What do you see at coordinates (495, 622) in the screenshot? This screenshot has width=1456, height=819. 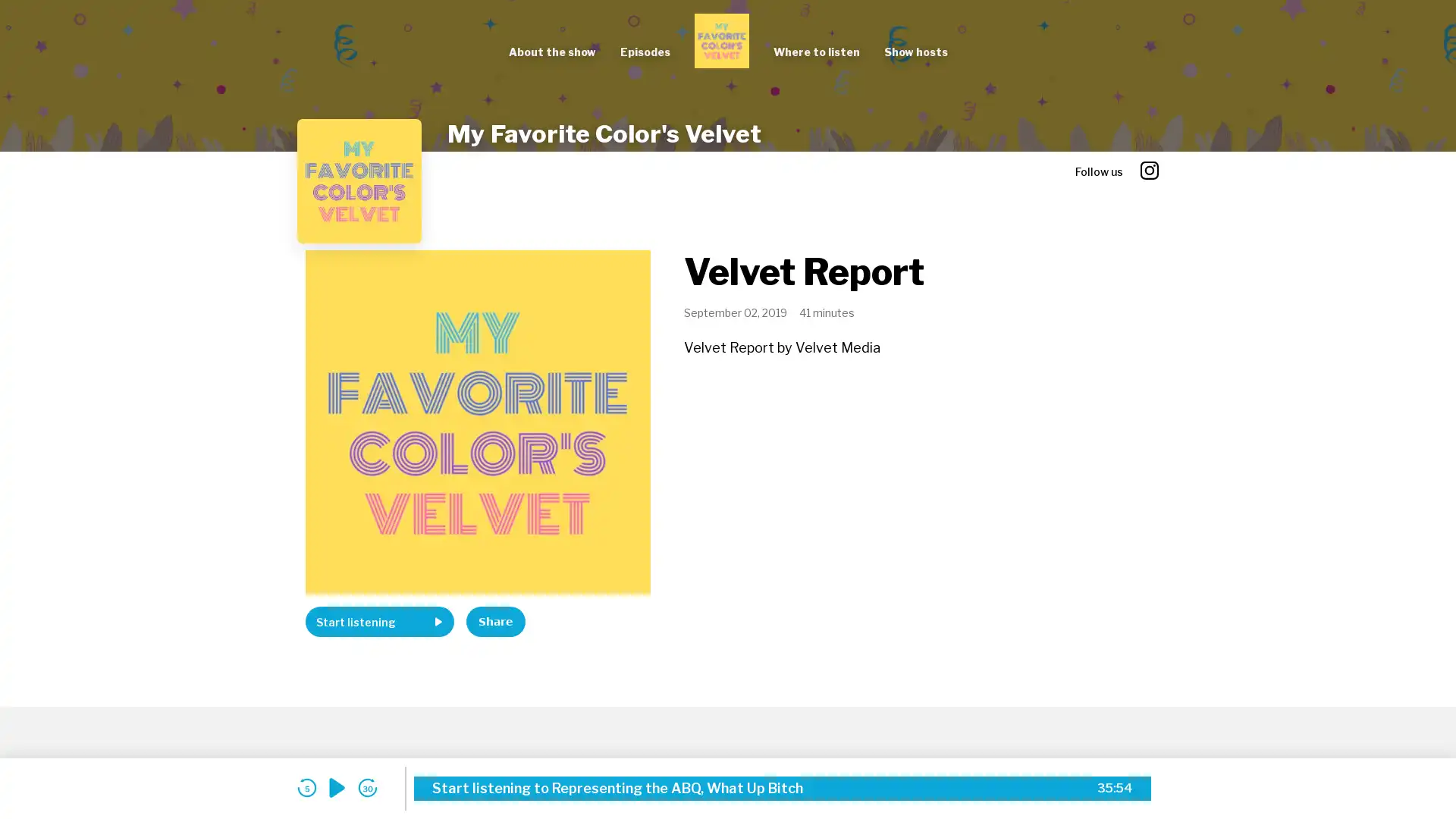 I see `Share` at bounding box center [495, 622].